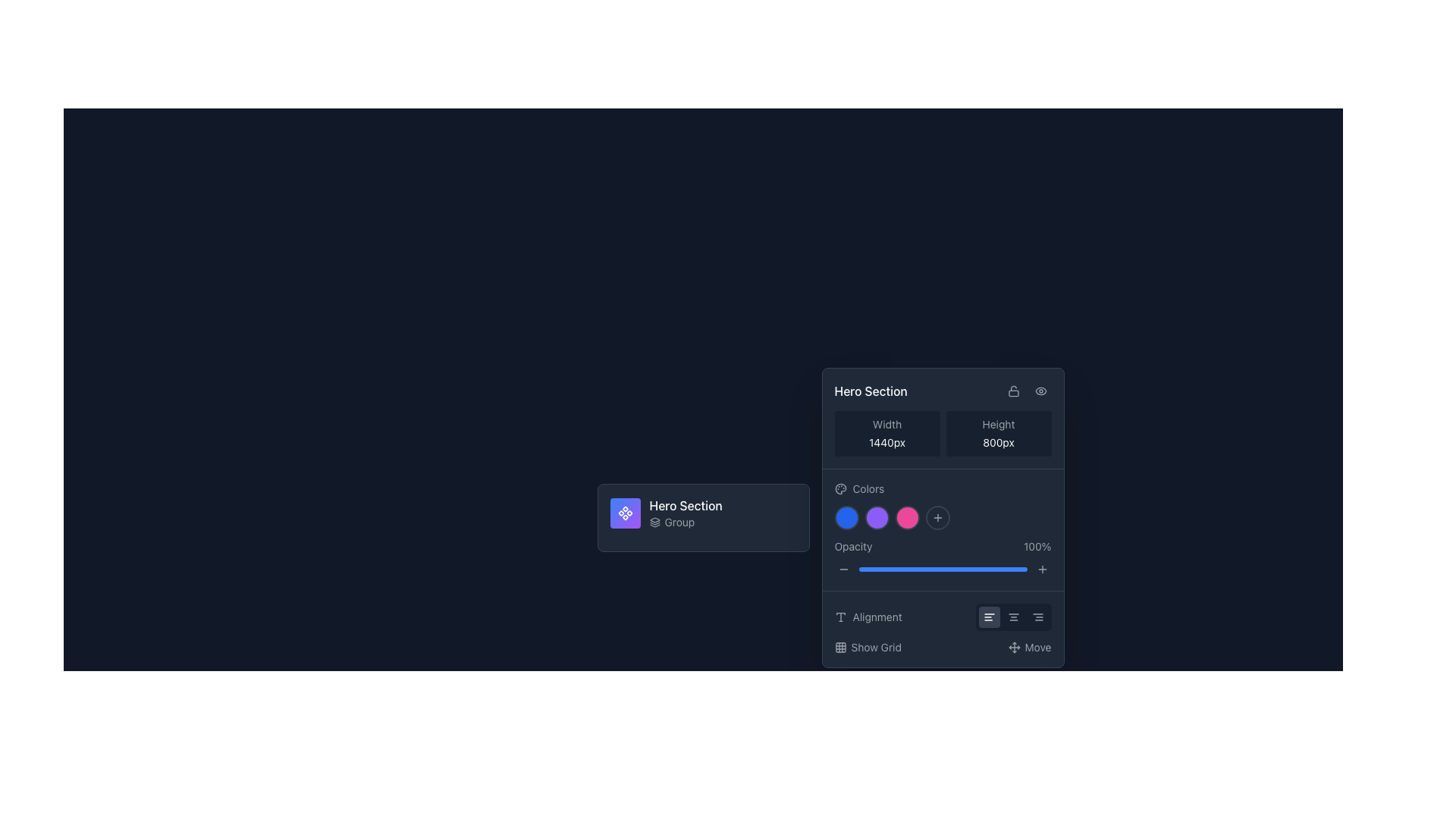  I want to click on the Icon button with three horizontal lines in the upper-right portion of a dark grey box, so click(989, 617).